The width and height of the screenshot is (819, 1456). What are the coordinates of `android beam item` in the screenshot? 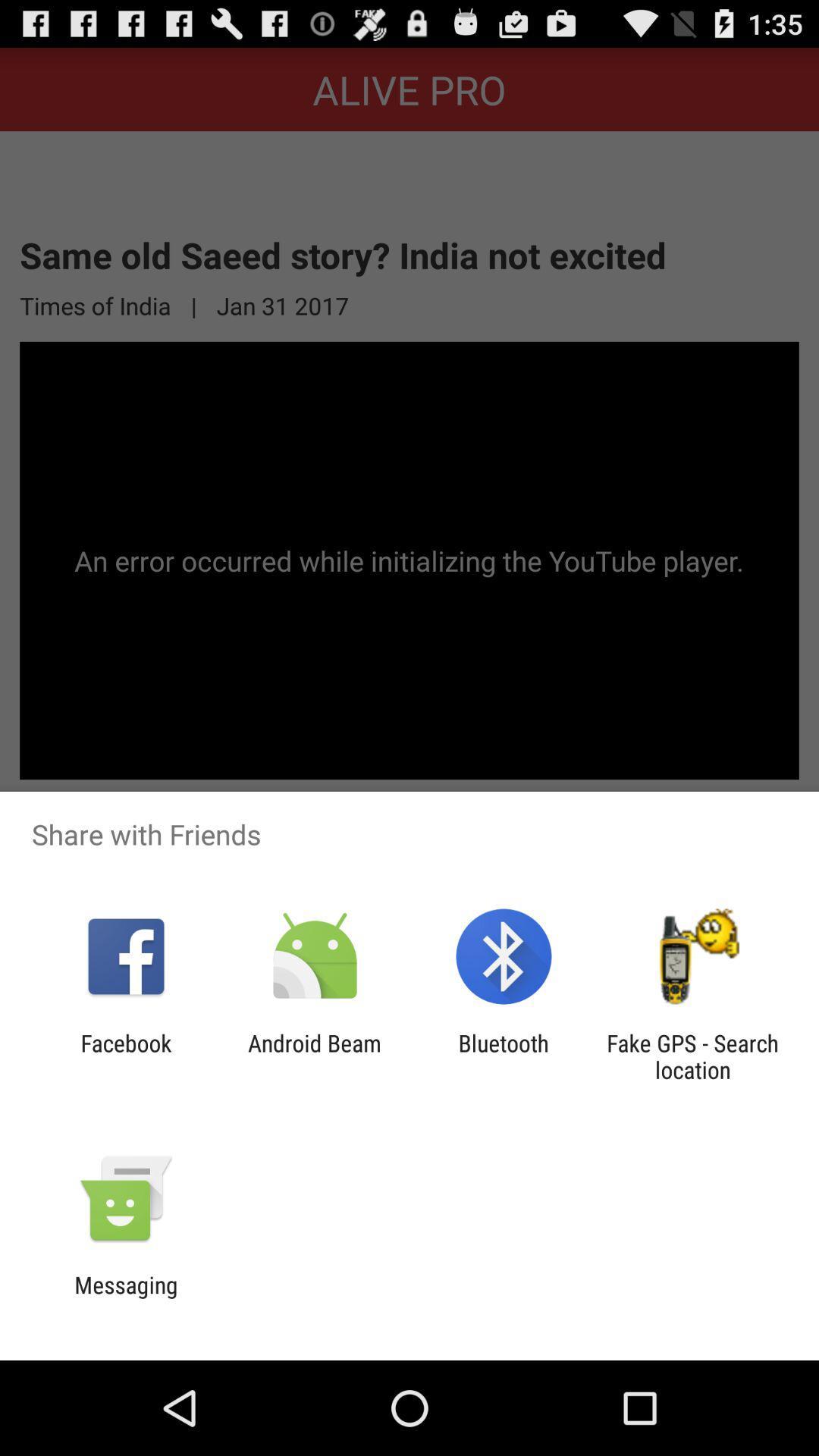 It's located at (314, 1056).